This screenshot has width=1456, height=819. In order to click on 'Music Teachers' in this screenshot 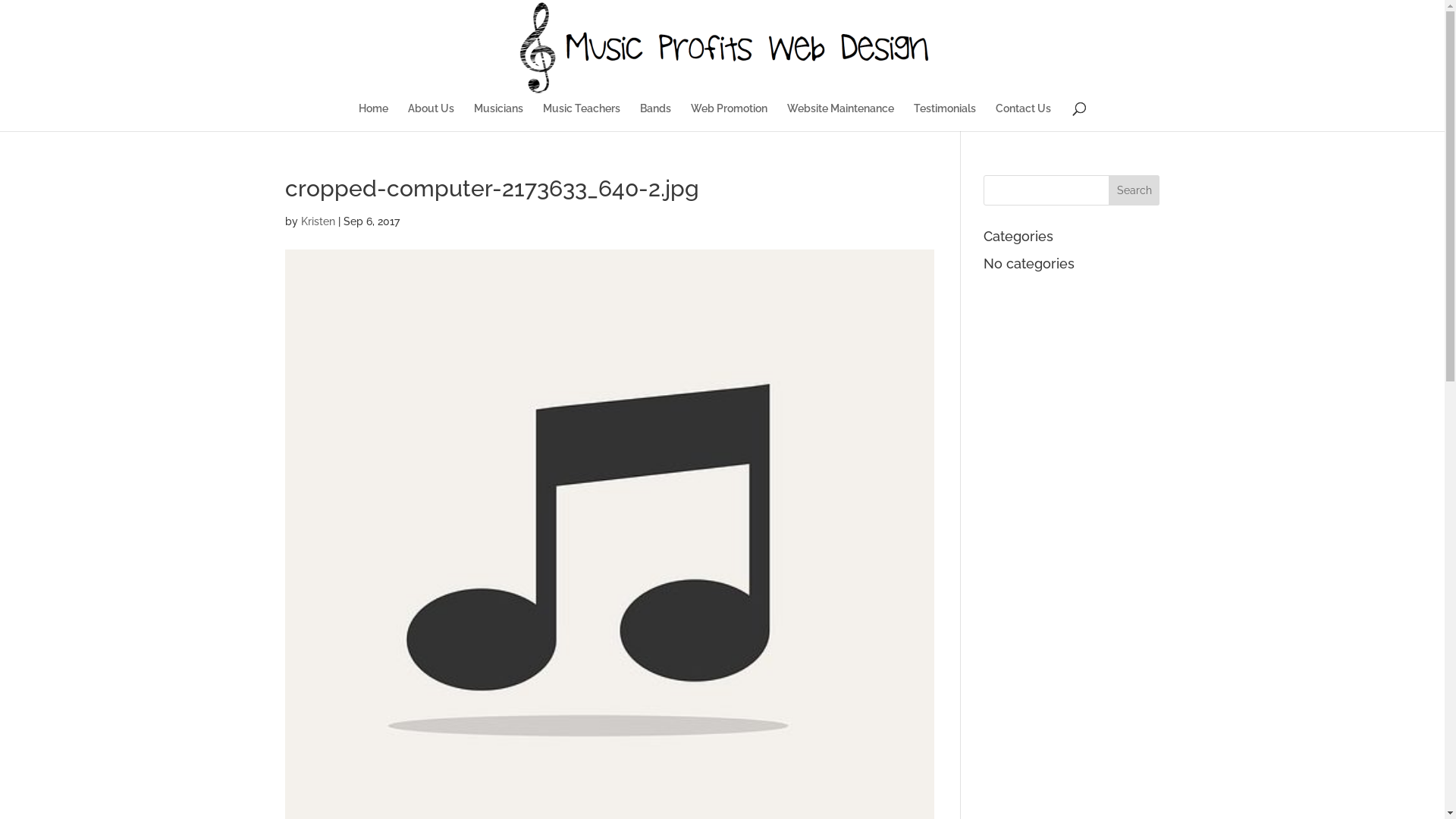, I will do `click(581, 116)`.